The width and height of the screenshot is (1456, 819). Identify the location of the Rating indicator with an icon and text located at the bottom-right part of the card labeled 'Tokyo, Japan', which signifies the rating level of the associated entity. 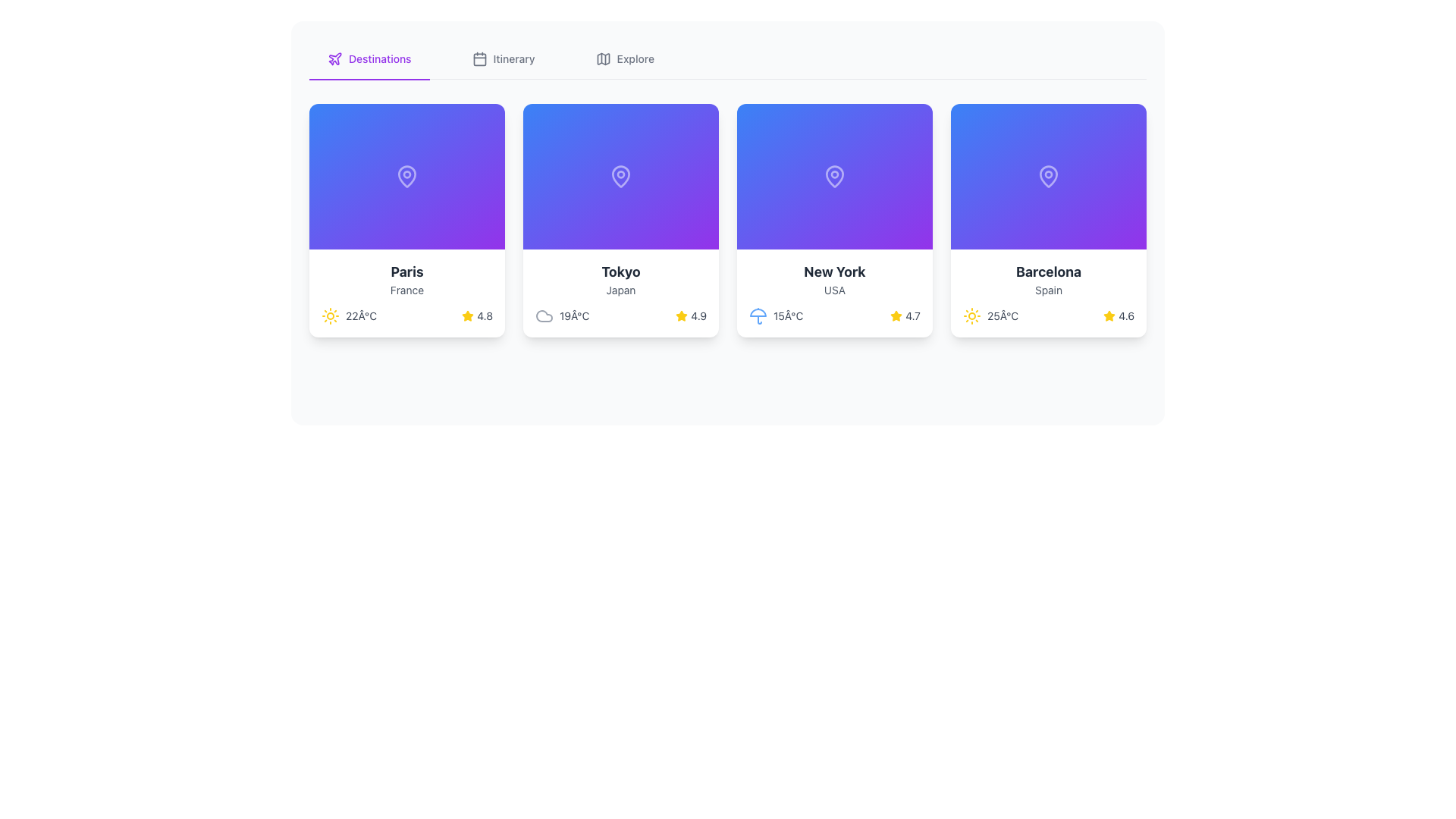
(690, 315).